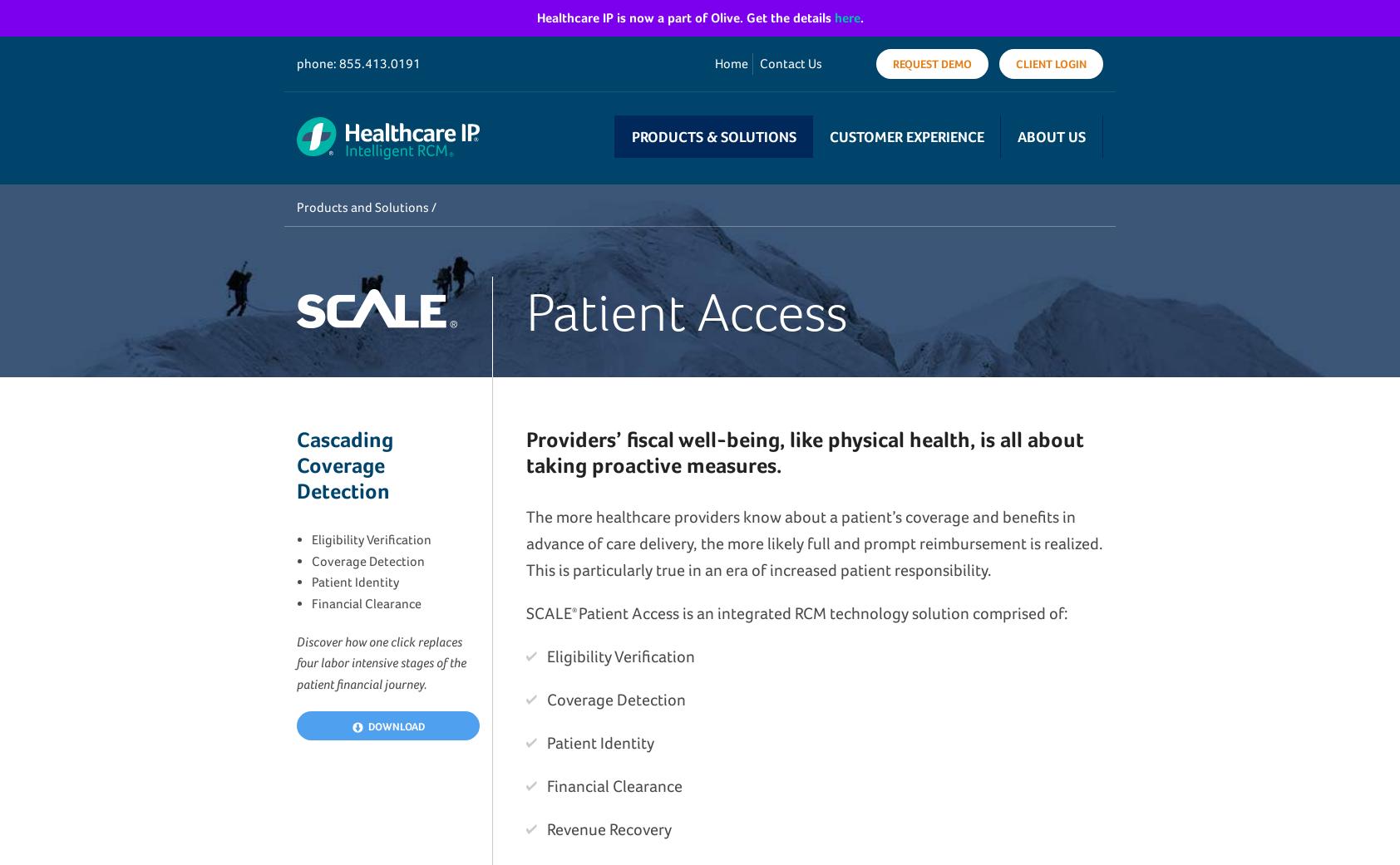 The height and width of the screenshot is (865, 1400). Describe the element at coordinates (730, 62) in the screenshot. I see `'Home'` at that location.